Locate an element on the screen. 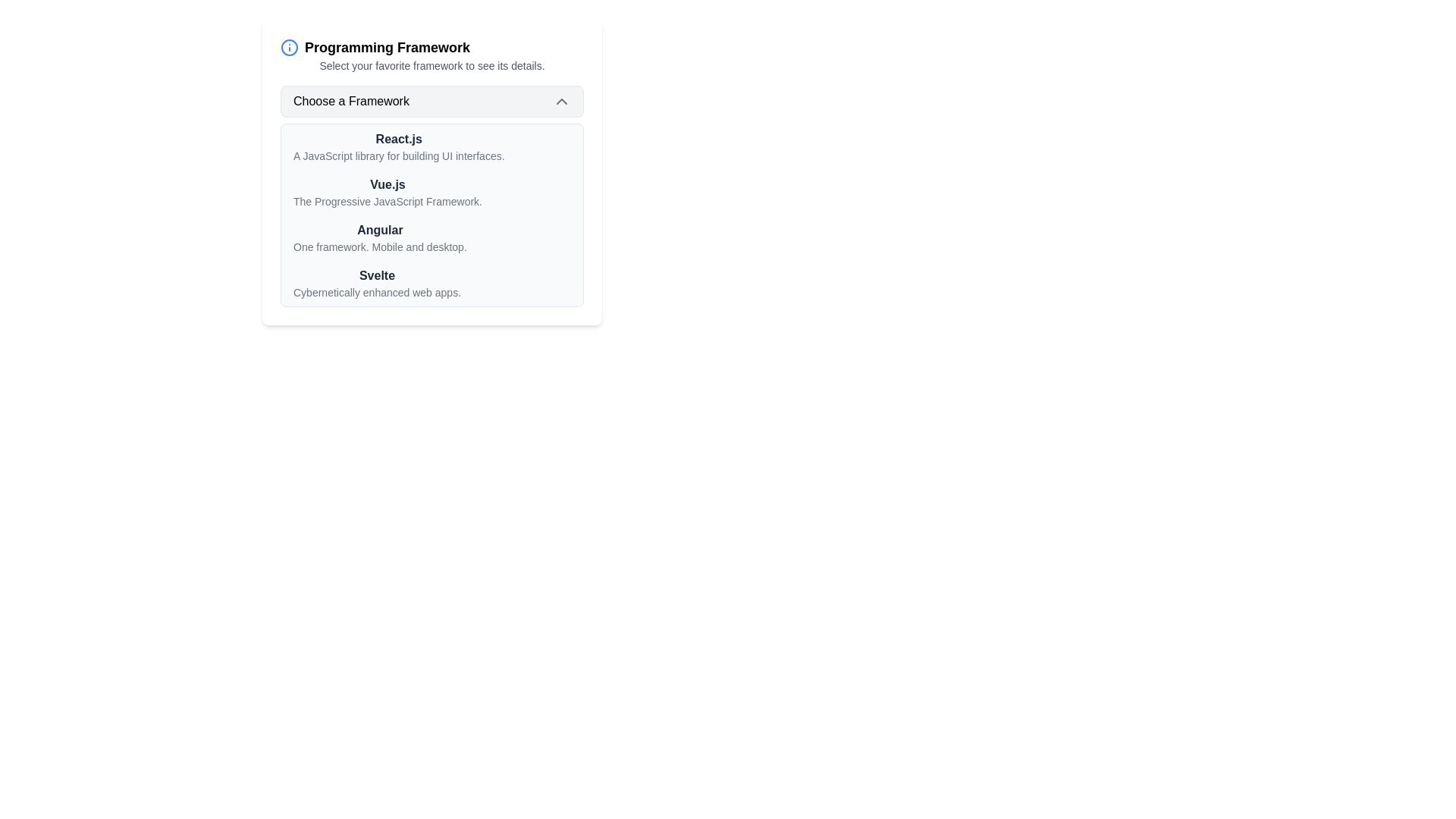  the selectable list item labeled 'Vue.js', which is the second item in the programming frameworks list is located at coordinates (431, 171).